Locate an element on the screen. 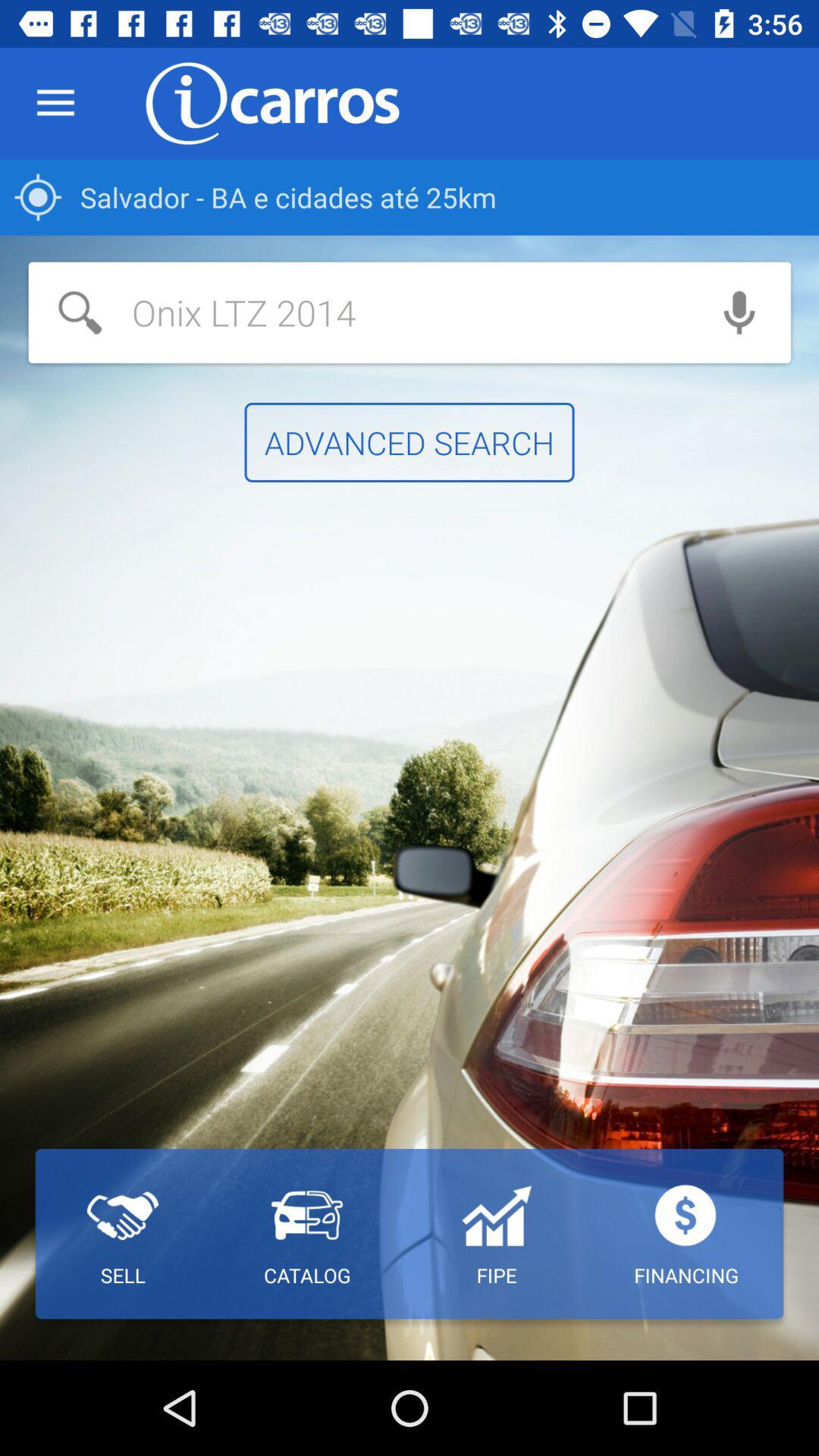 This screenshot has height=1456, width=819. the icon at the top right corner is located at coordinates (739, 312).